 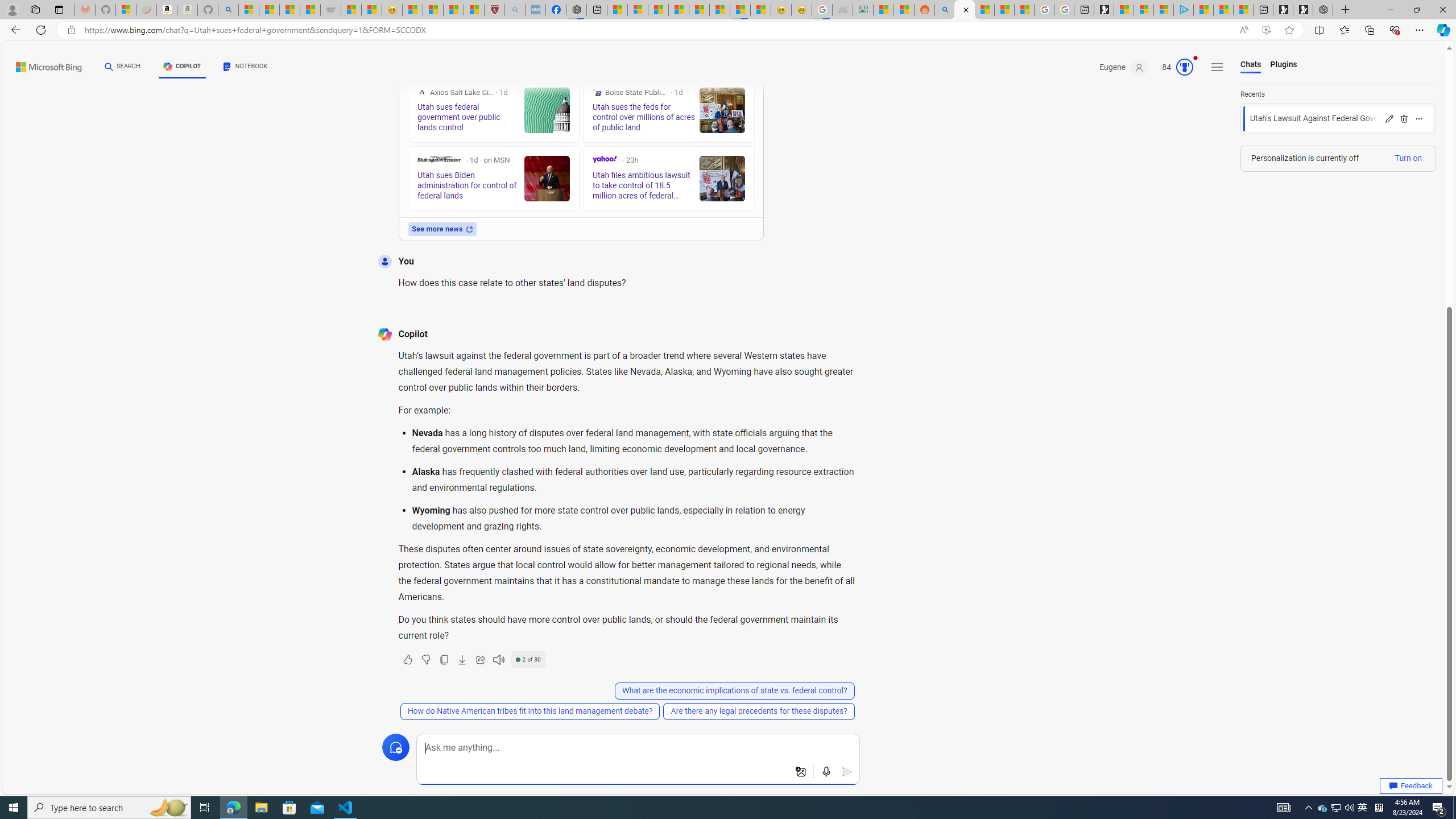 What do you see at coordinates (800, 771) in the screenshot?
I see `'Add an image to search'` at bounding box center [800, 771].